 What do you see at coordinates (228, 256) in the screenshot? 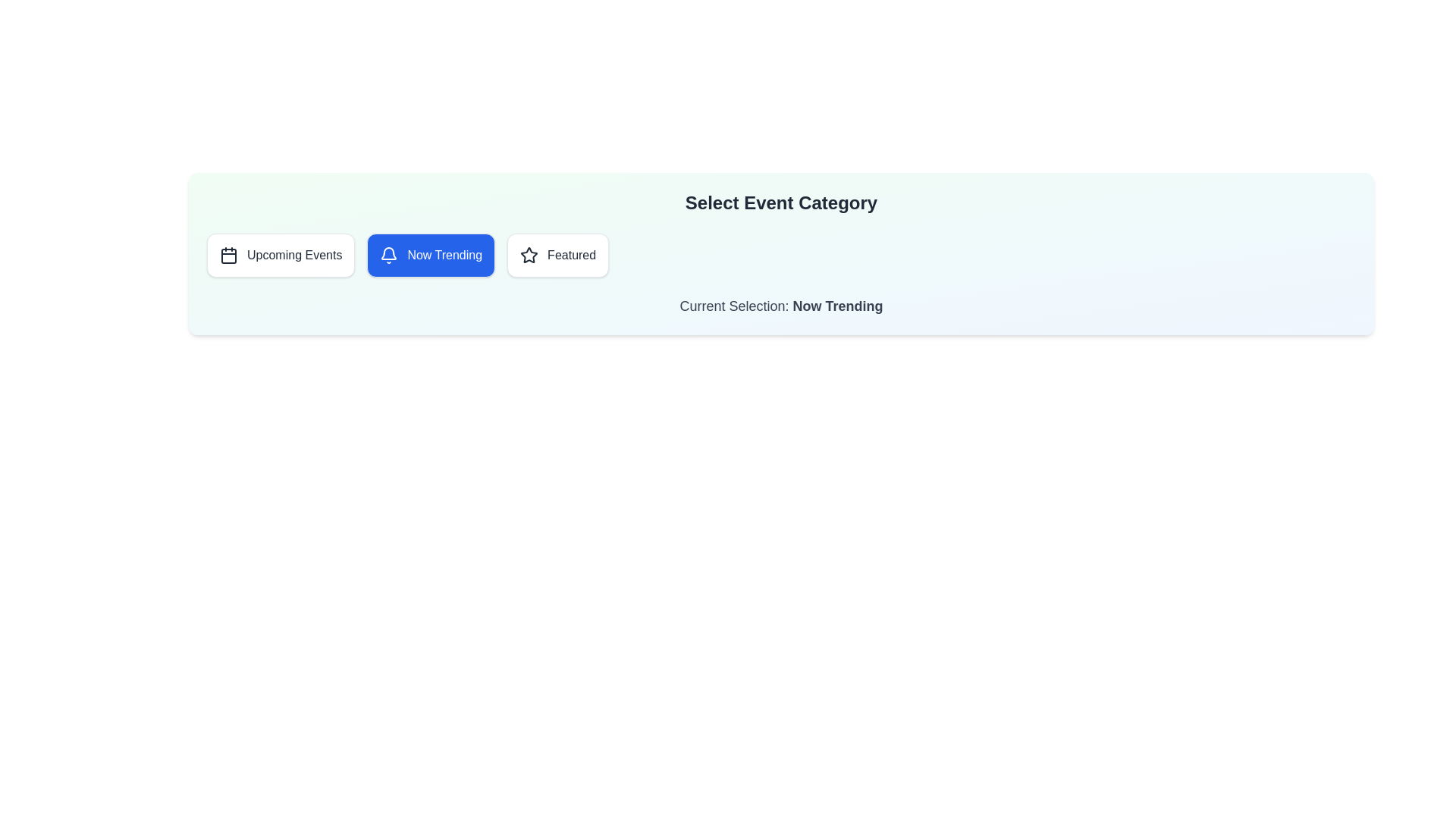
I see `the shaded rectangular element within the calendar icon, which has rounded corners and is located in the selection bar at the top of the interface` at bounding box center [228, 256].